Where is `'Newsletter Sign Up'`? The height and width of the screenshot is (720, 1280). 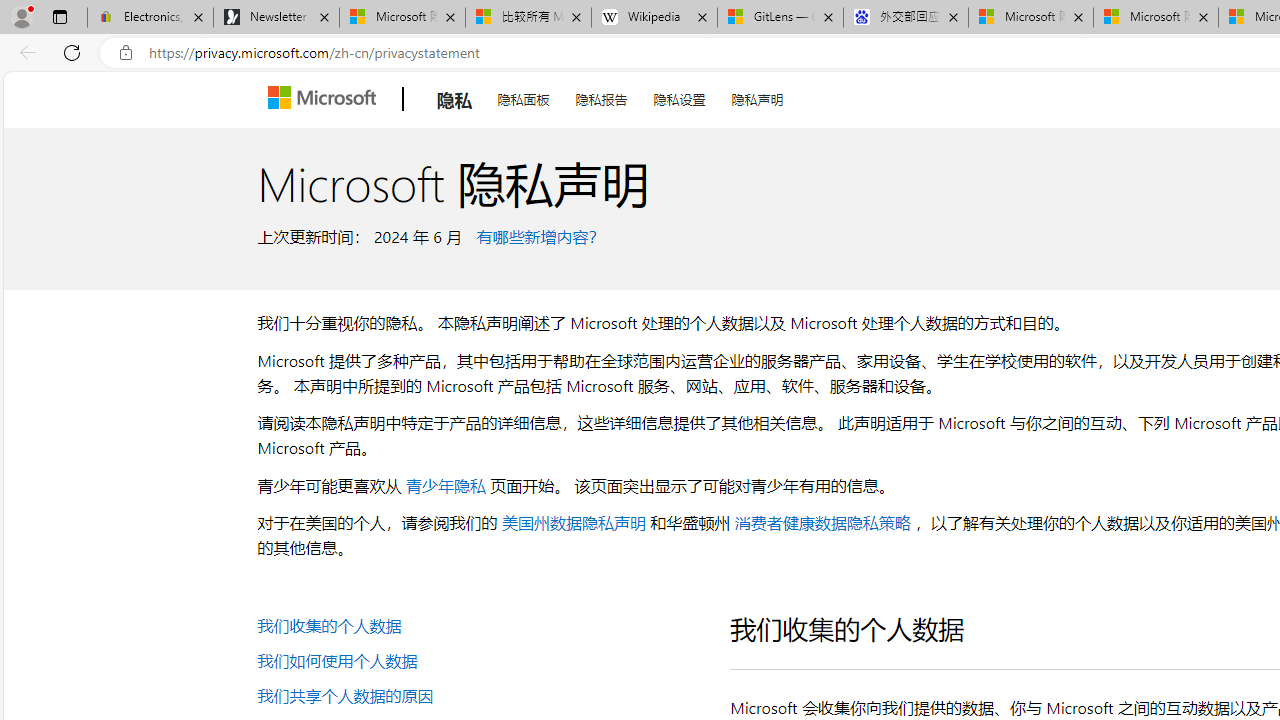
'Newsletter Sign Up' is located at coordinates (275, 17).